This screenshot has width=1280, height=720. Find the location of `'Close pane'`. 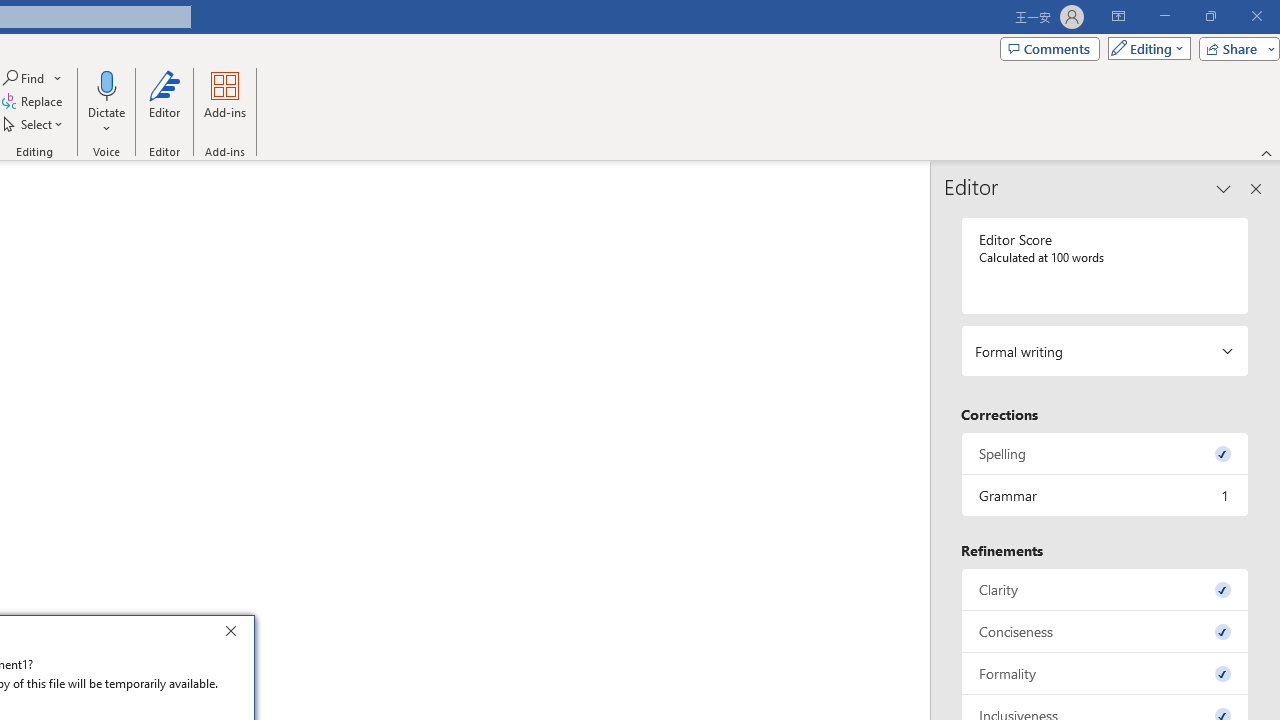

'Close pane' is located at coordinates (1255, 189).